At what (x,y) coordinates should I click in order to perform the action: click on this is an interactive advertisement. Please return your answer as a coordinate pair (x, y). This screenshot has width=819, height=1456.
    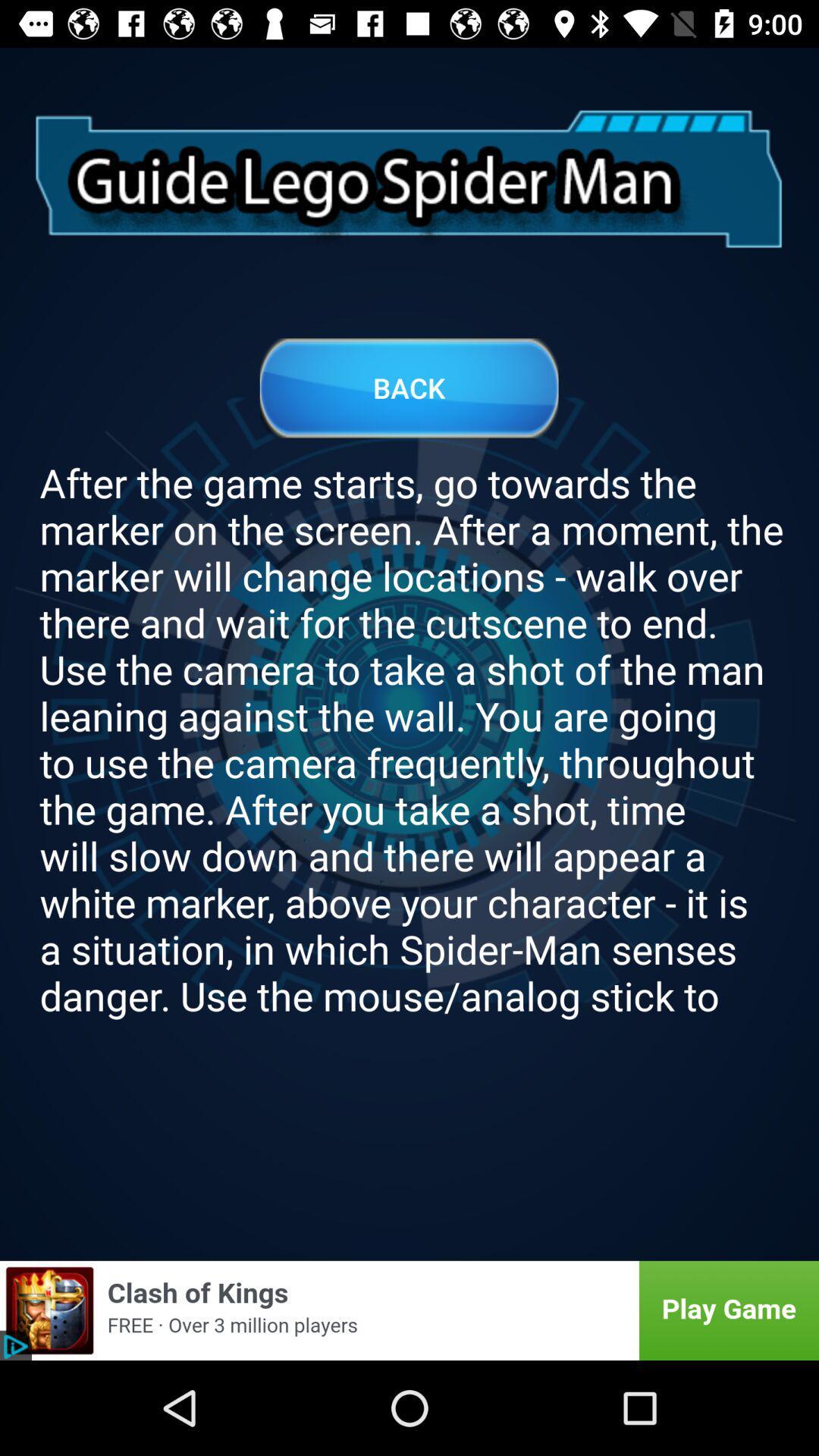
    Looking at the image, I should click on (409, 1310).